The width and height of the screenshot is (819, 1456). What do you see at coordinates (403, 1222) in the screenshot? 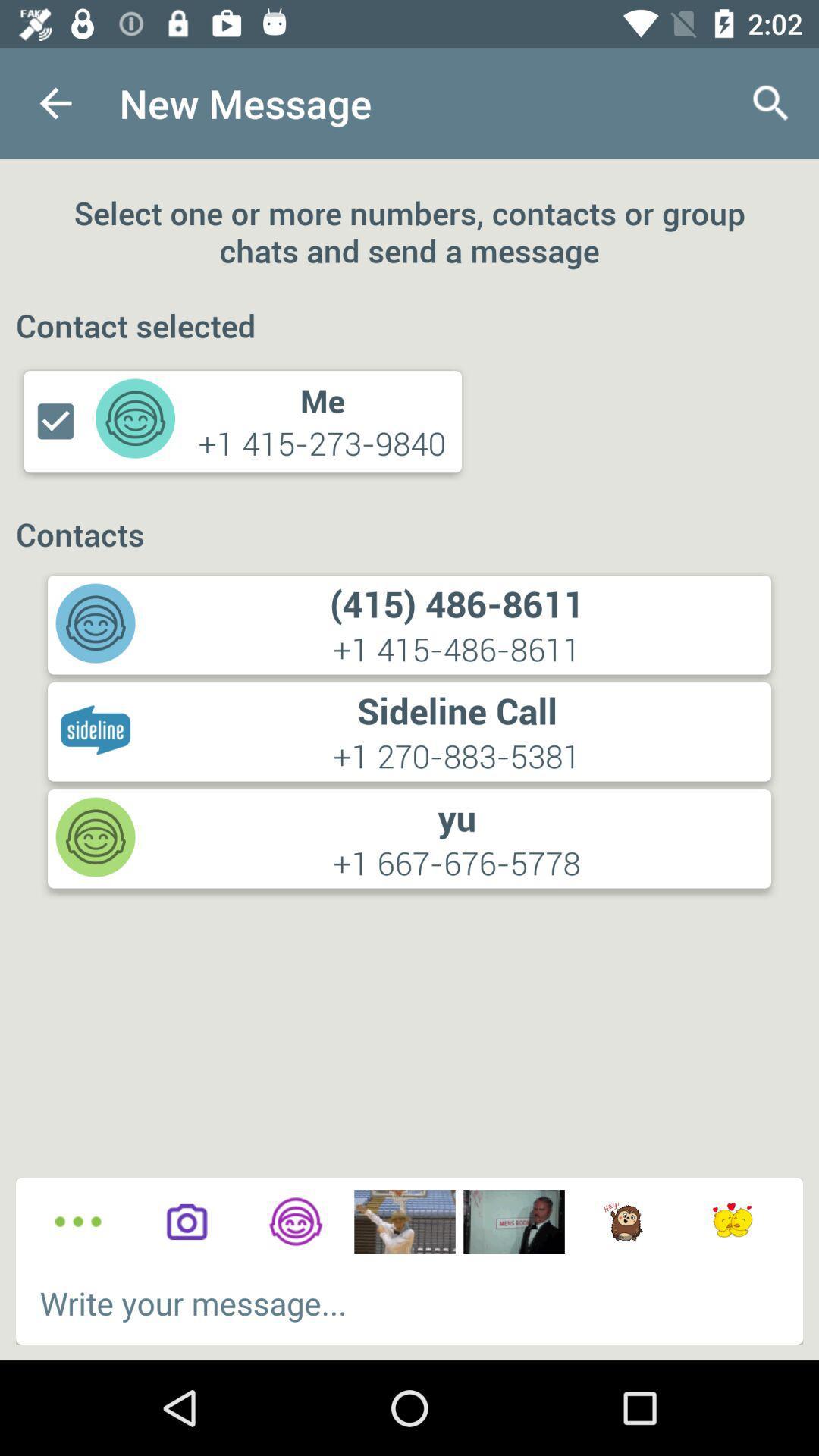
I see `meme` at bounding box center [403, 1222].